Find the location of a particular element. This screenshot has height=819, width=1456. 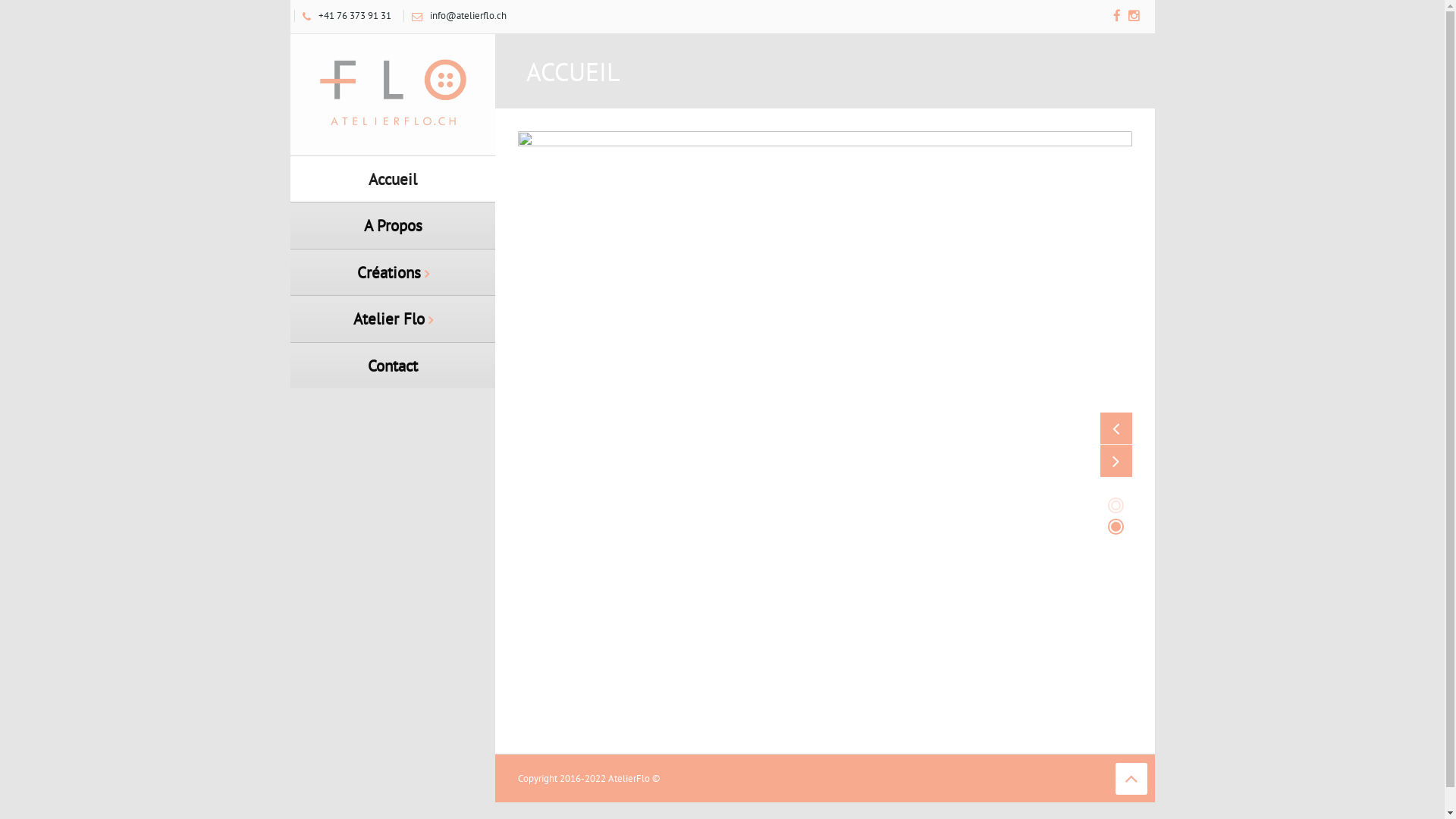

'Atelier Flo' is located at coordinates (312, 93).